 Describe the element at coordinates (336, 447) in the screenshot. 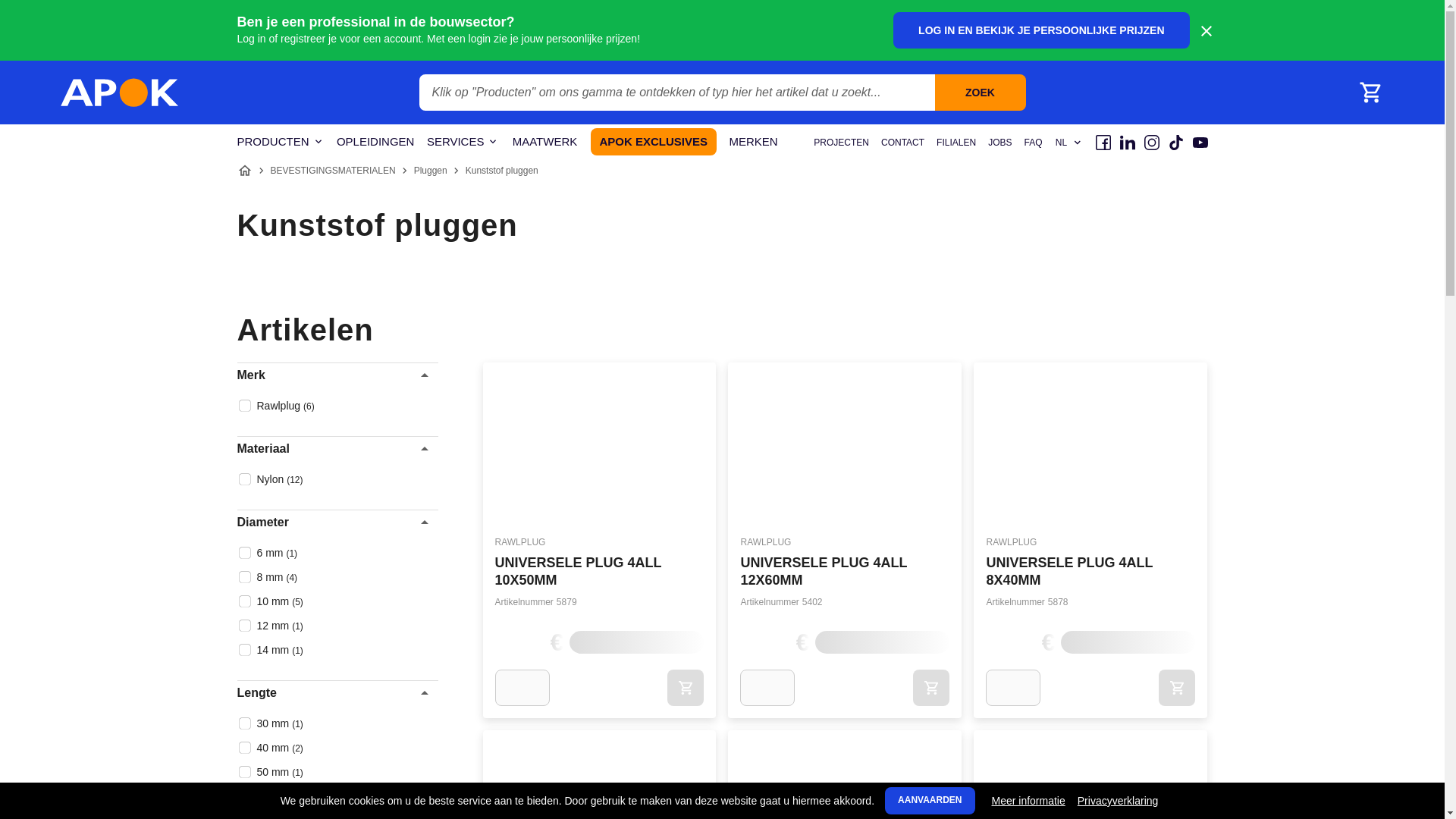

I see `'Materiaal` at that location.